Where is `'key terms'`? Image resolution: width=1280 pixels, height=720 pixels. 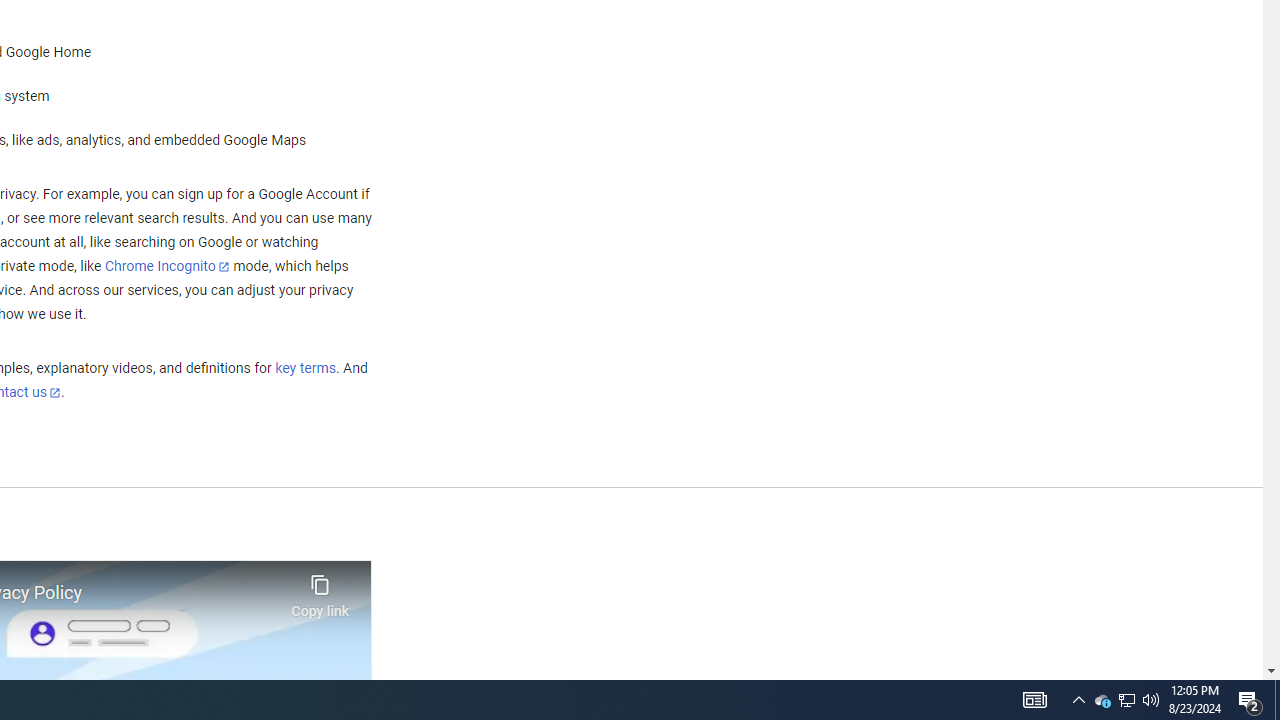 'key terms' is located at coordinates (304, 368).